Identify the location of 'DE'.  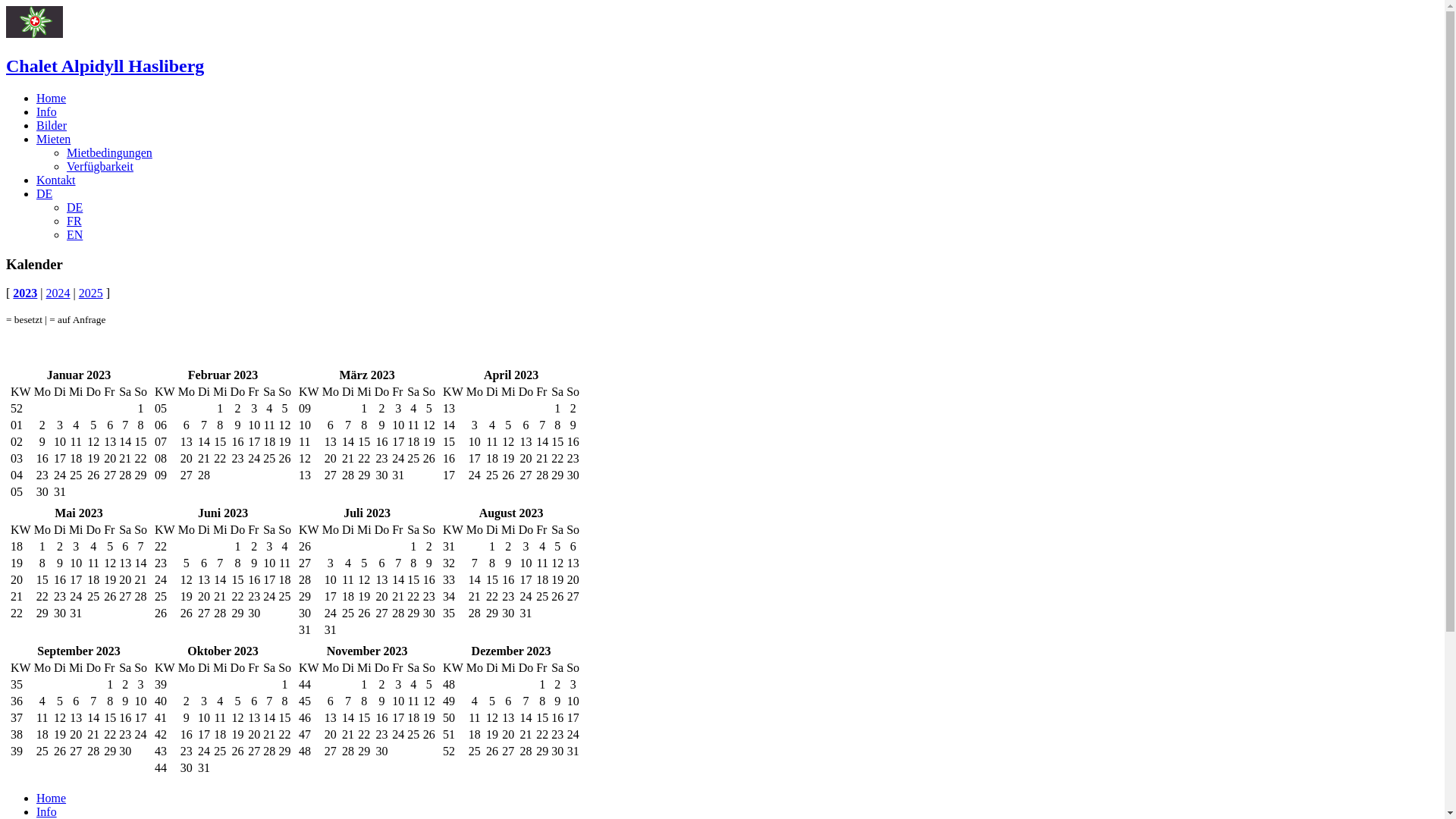
(74, 207).